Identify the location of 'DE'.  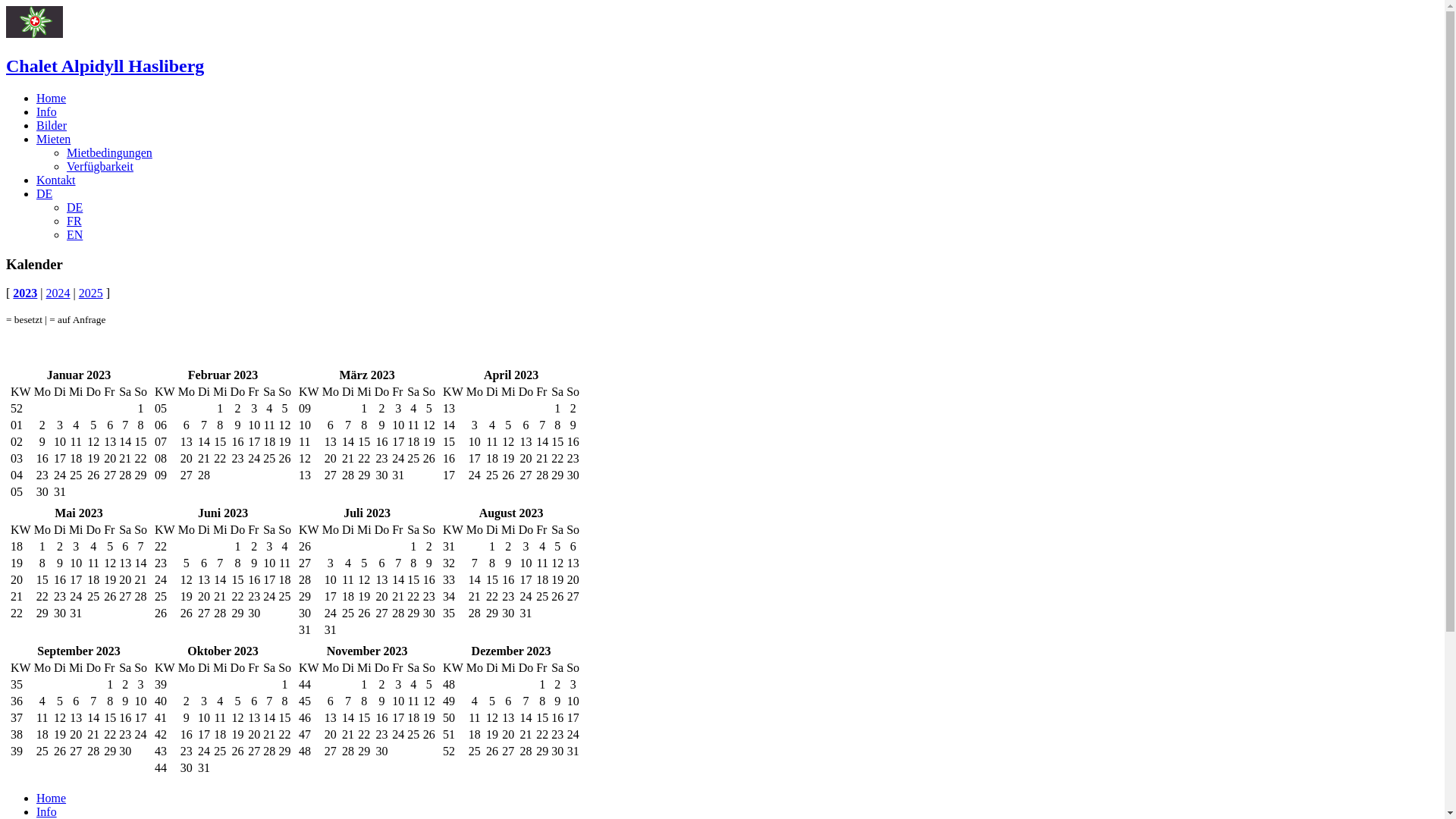
(74, 207).